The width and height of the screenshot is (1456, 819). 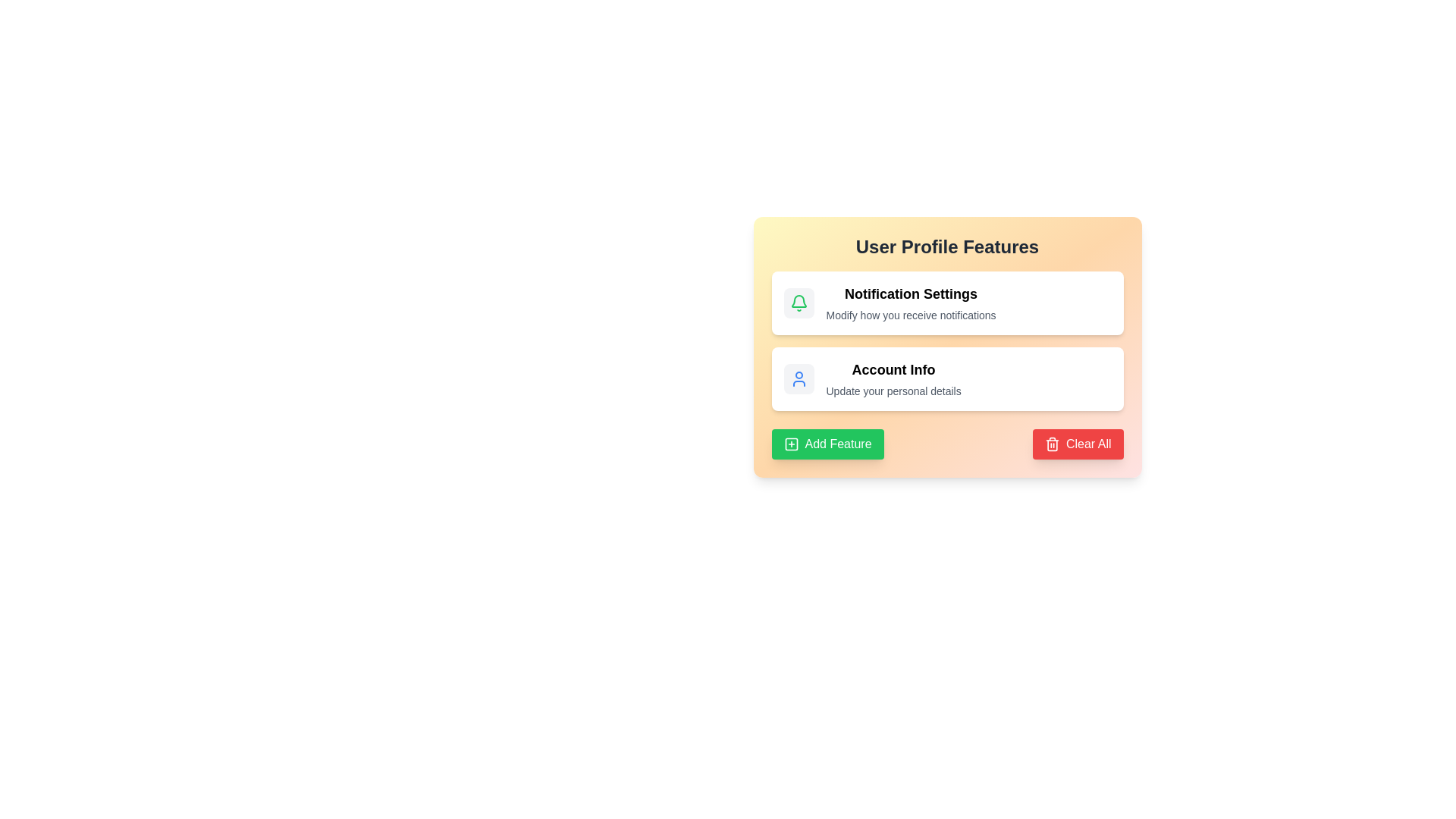 I want to click on the informational text label located below the 'Account Info' text element, which provides context for updating personal details in the 'User Profile Features' section, so click(x=893, y=391).